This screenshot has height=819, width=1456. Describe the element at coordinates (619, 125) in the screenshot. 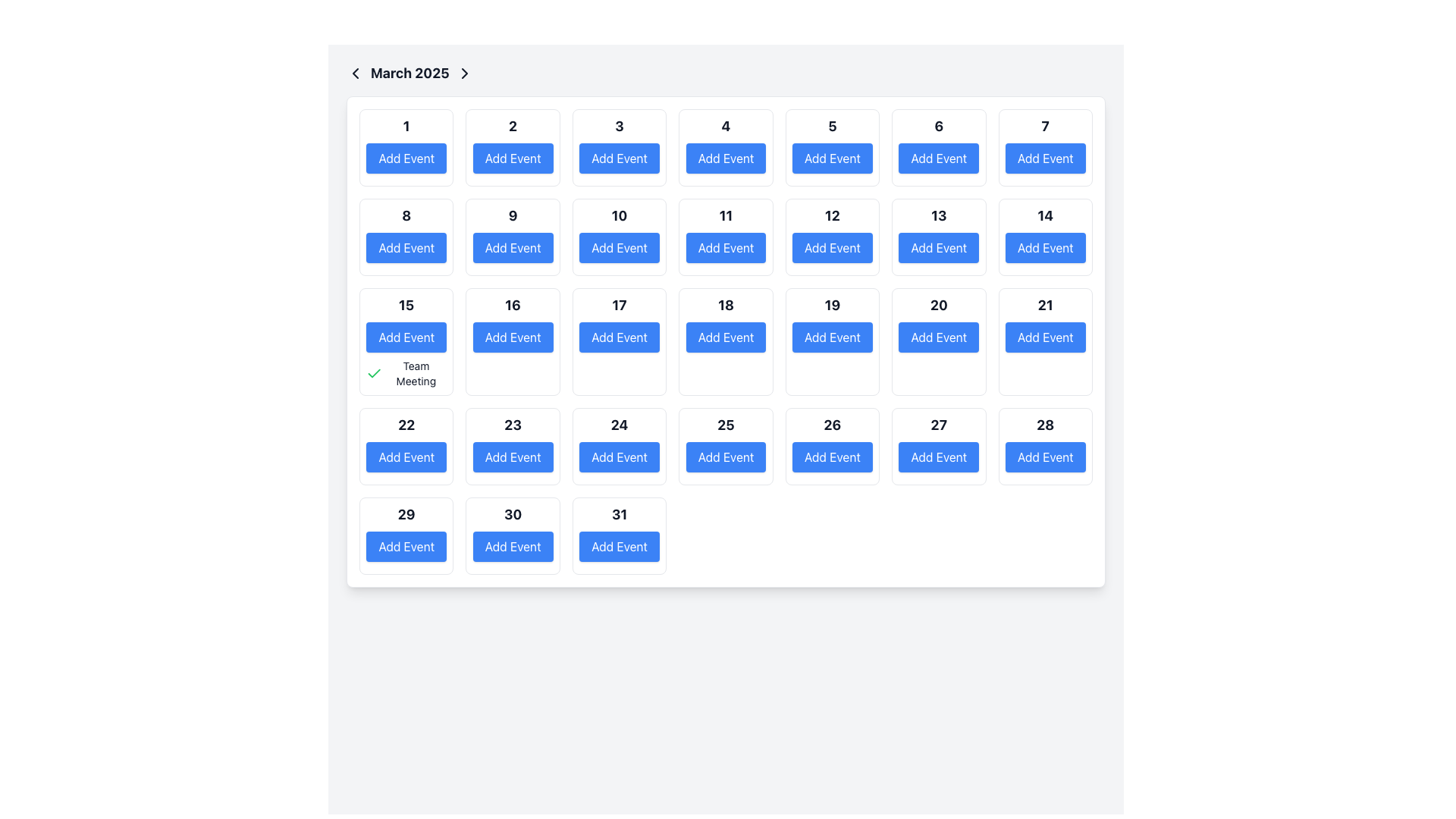

I see `the bold number '3' in the calendar grid under March 2025, representing the third day of the month` at that location.